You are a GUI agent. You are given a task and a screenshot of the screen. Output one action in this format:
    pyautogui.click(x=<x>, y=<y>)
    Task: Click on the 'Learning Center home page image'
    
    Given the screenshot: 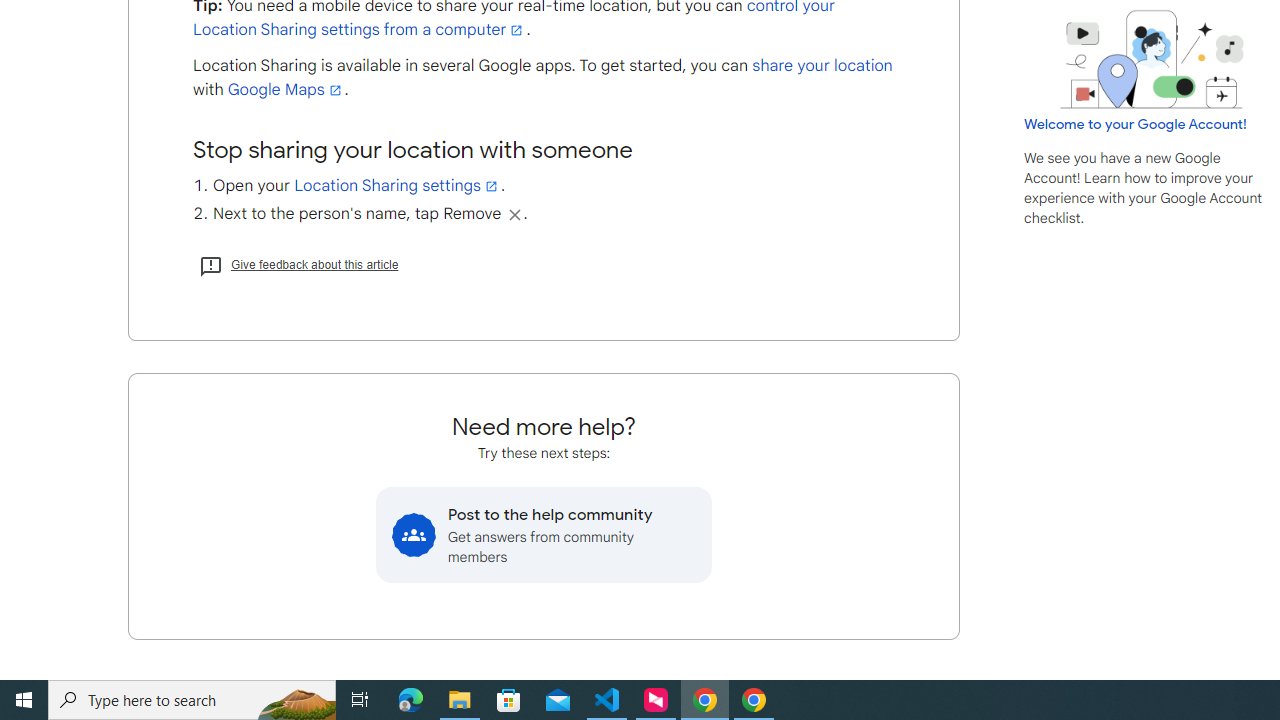 What is the action you would take?
    pyautogui.click(x=1152, y=58)
    